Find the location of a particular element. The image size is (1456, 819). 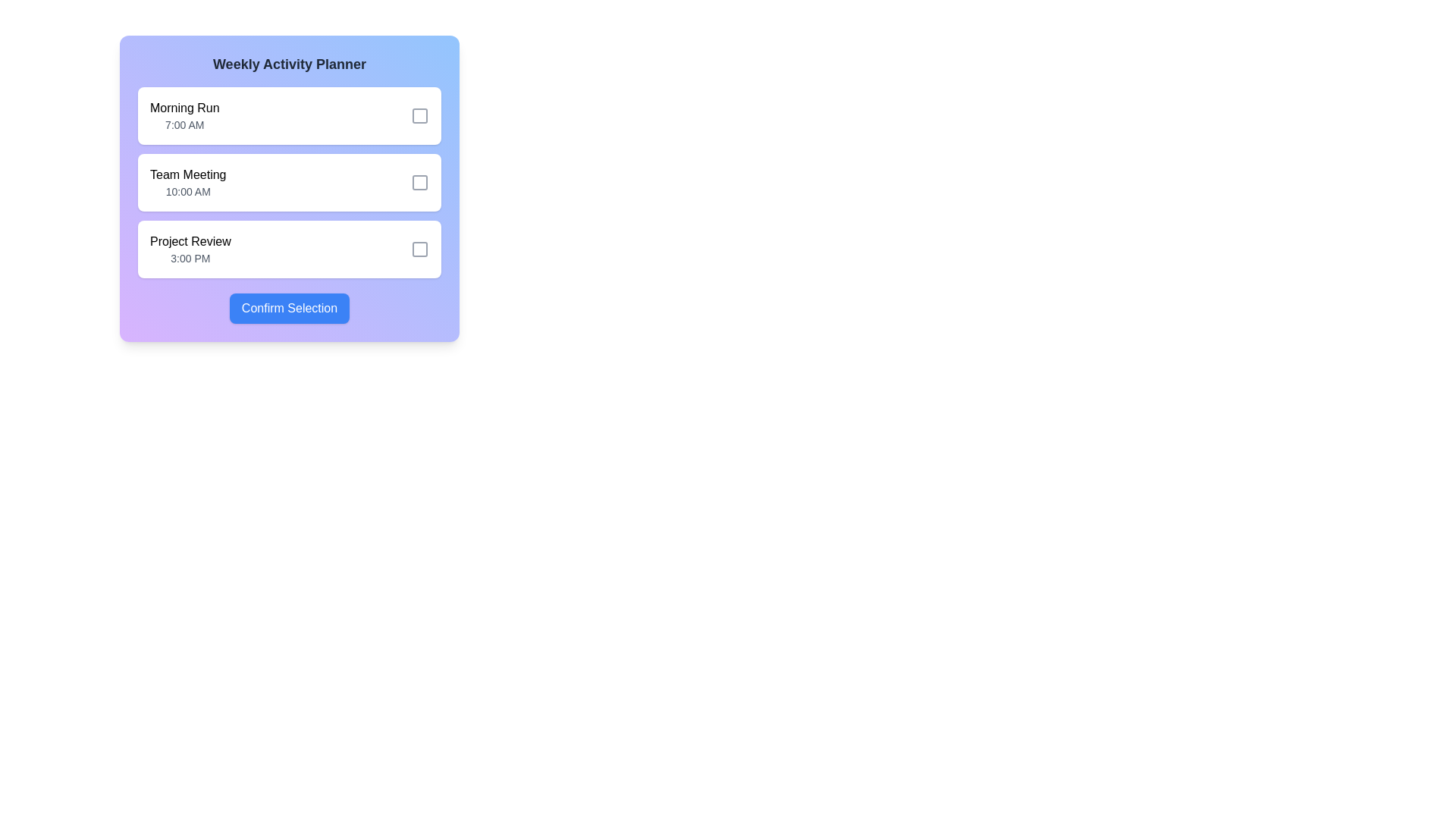

the text element displaying '7:00 AM', which is located below 'Morning Run' in the first box of the 'Weekly Activity Planner' is located at coordinates (184, 124).